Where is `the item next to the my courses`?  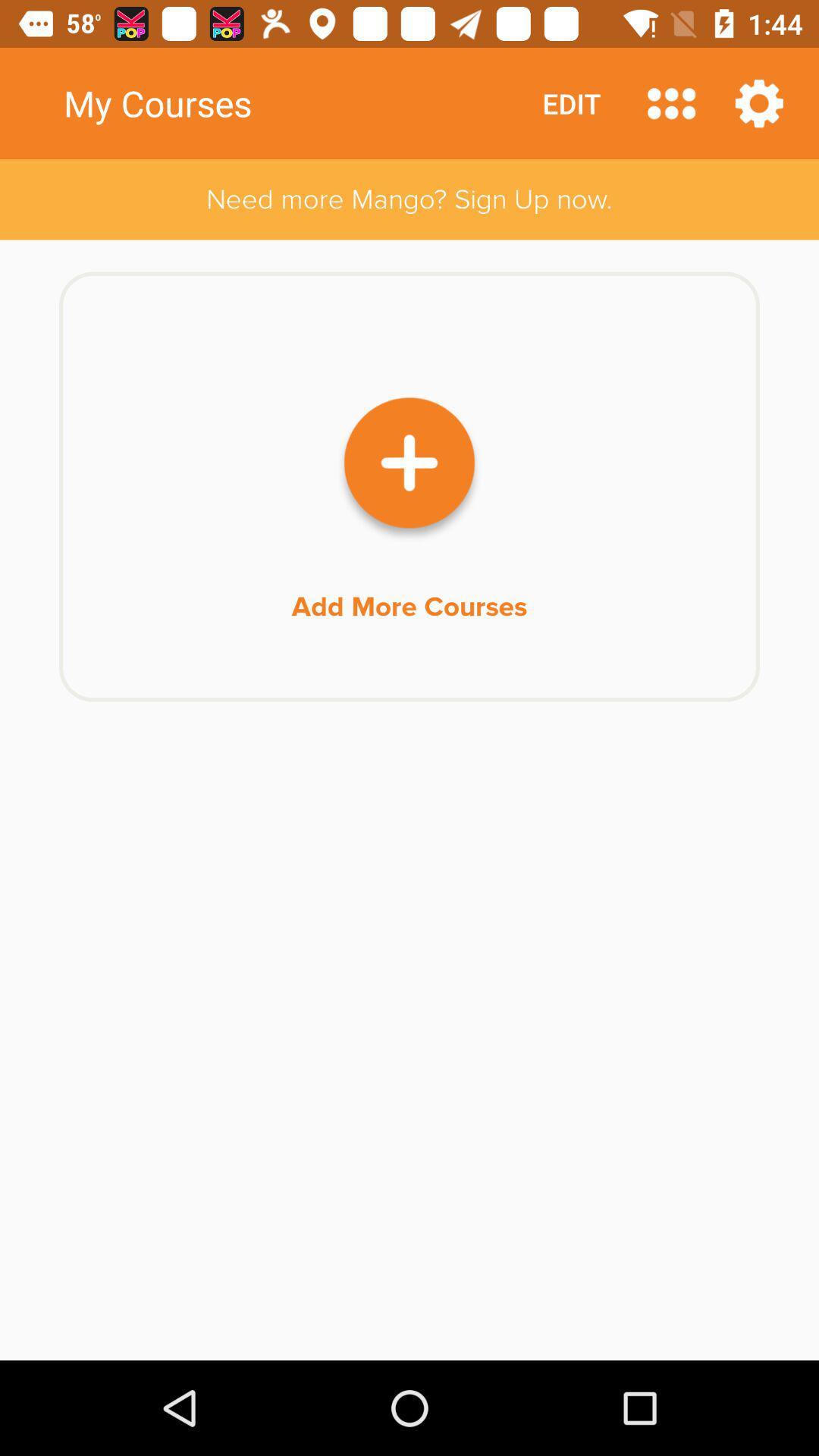
the item next to the my courses is located at coordinates (670, 102).